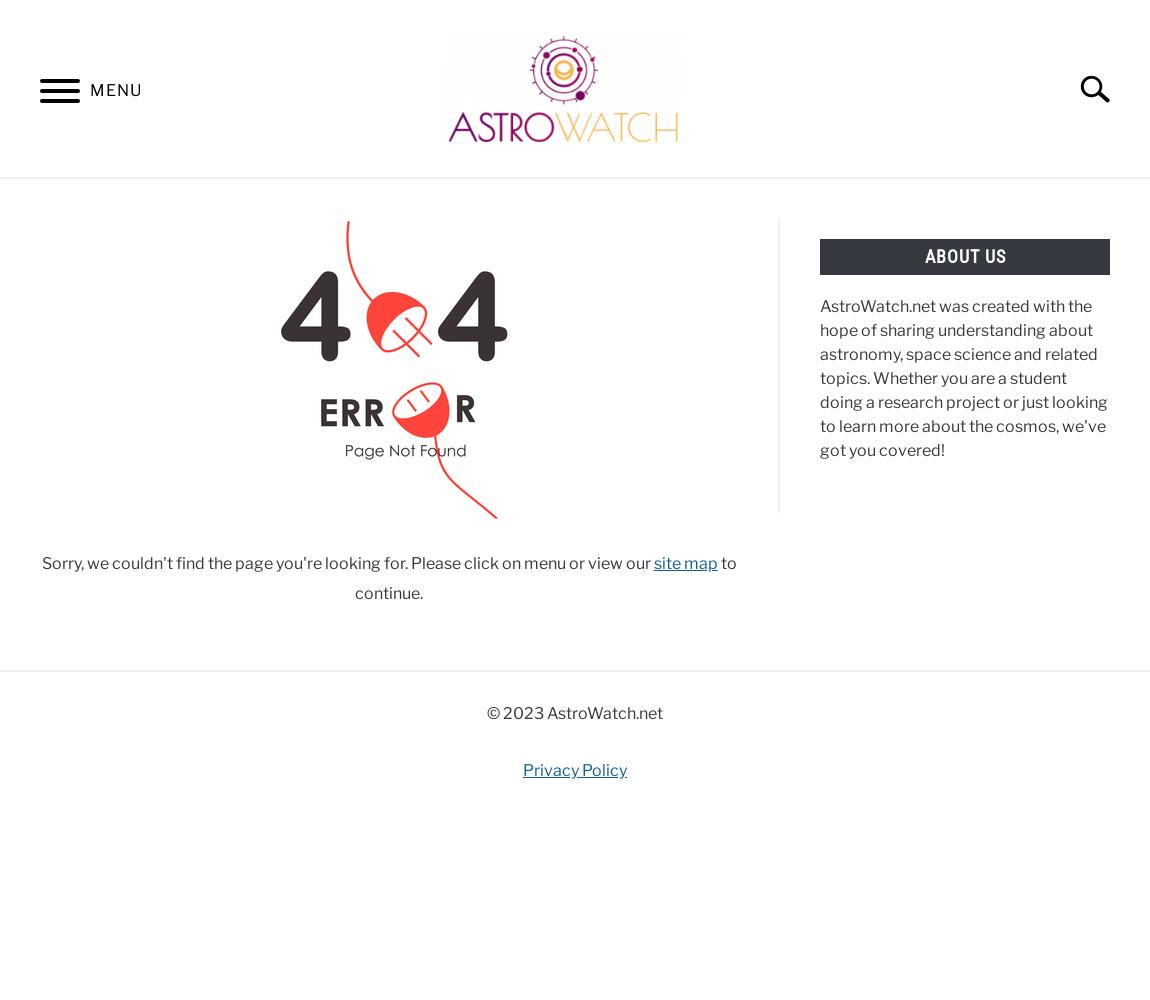  What do you see at coordinates (91, 440) in the screenshot?
I see `'The Solar System'` at bounding box center [91, 440].